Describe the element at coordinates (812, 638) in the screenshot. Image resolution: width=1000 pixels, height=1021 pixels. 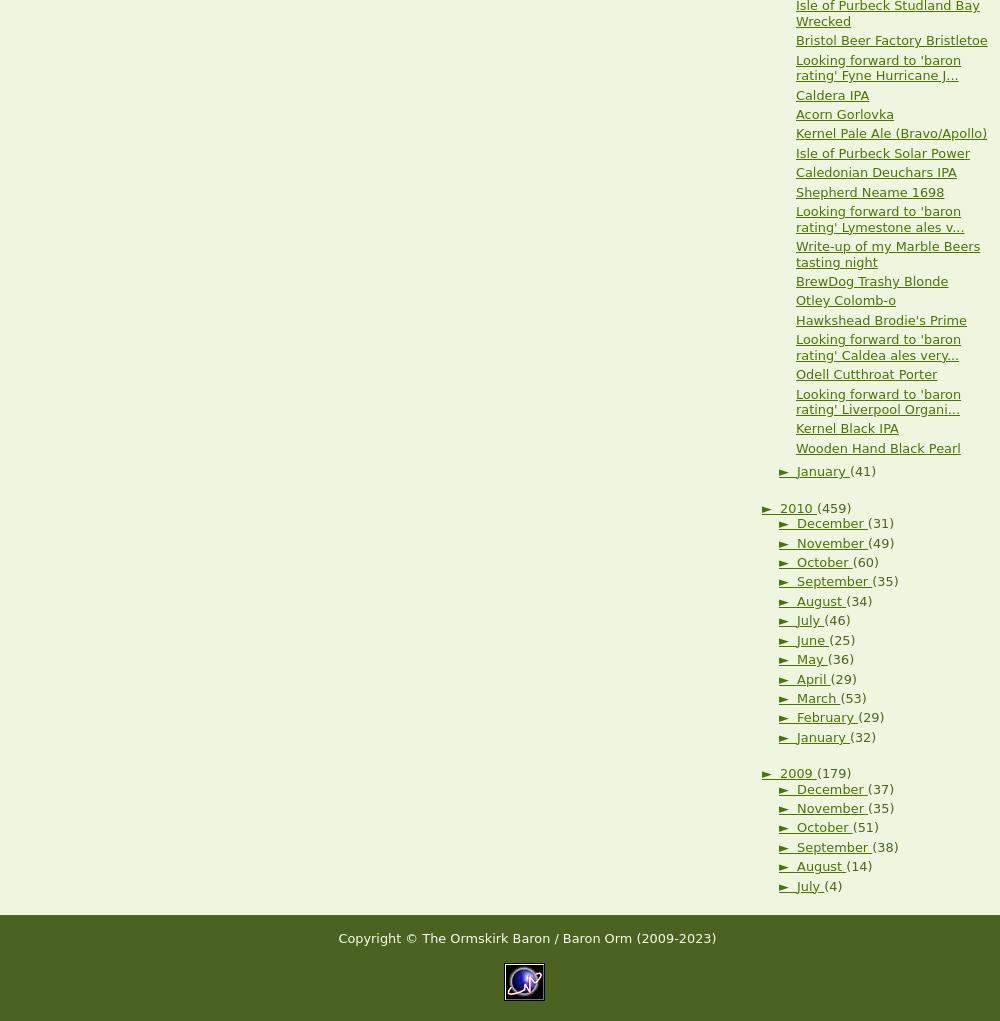
I see `'June'` at that location.